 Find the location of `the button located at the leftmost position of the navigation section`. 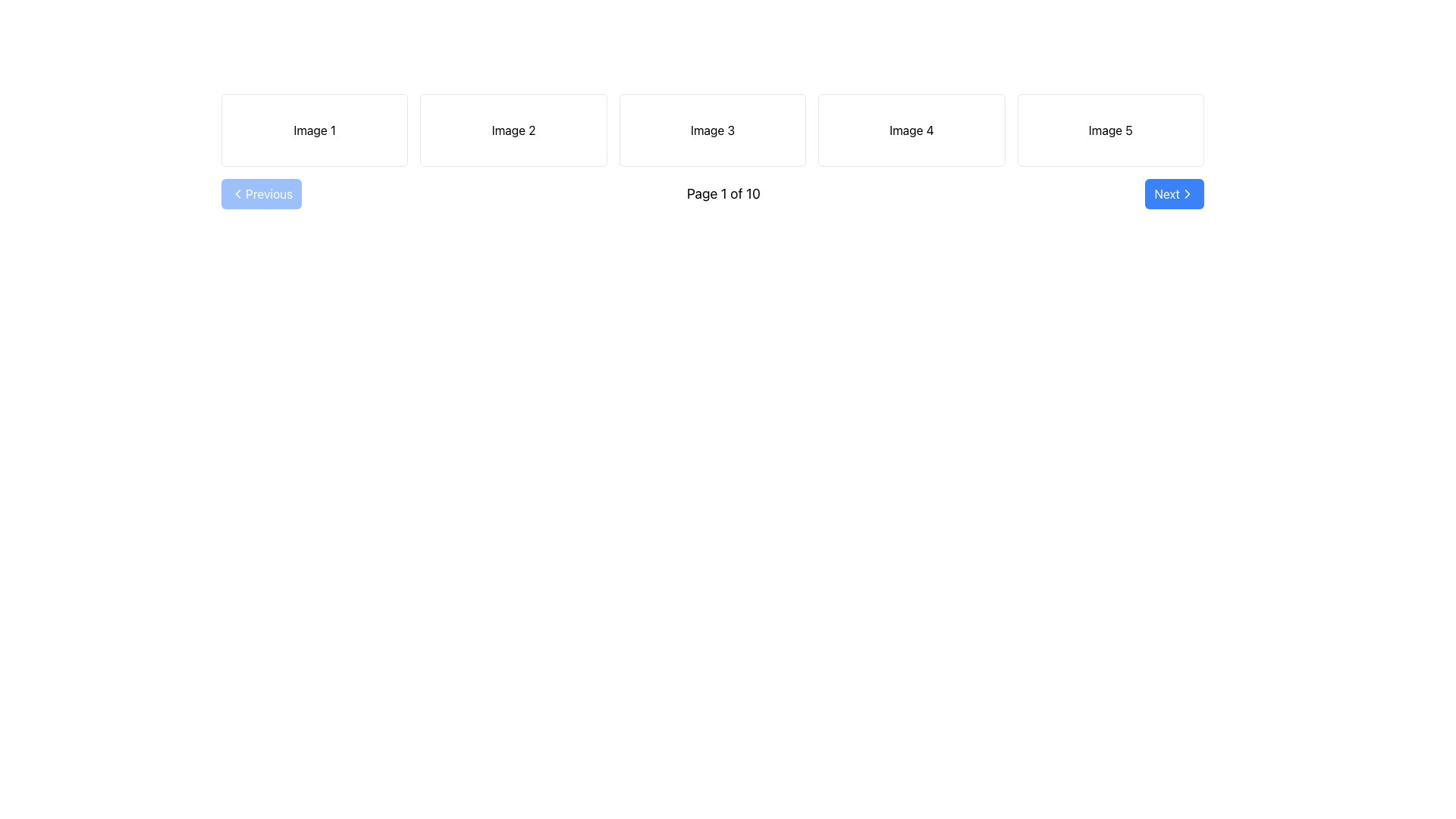

the button located at the leftmost position of the navigation section is located at coordinates (262, 193).